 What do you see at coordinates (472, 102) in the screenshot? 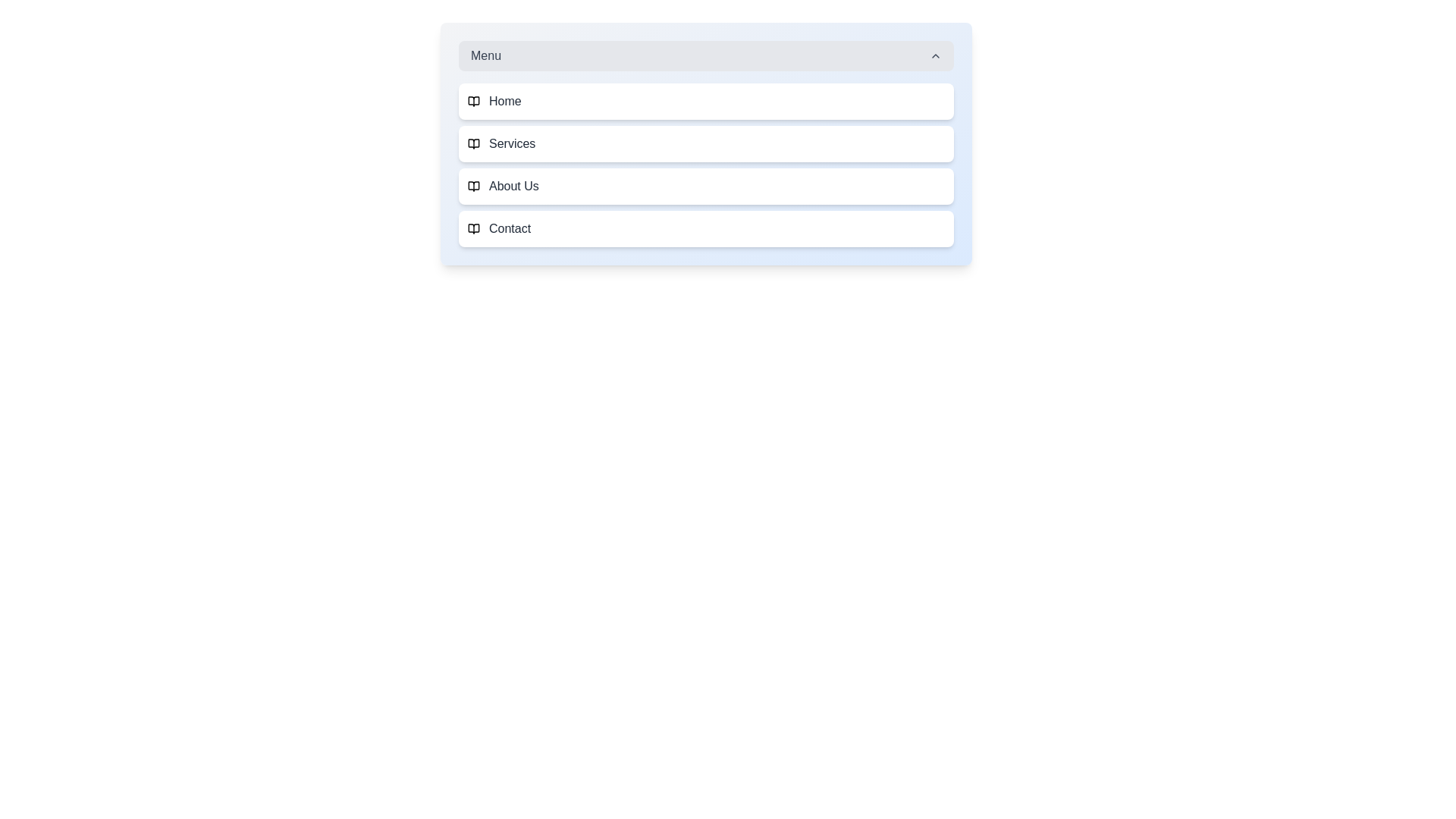
I see `the 'Home' menu icon represented as an open book SVG located at the top left of the menu panel` at bounding box center [472, 102].